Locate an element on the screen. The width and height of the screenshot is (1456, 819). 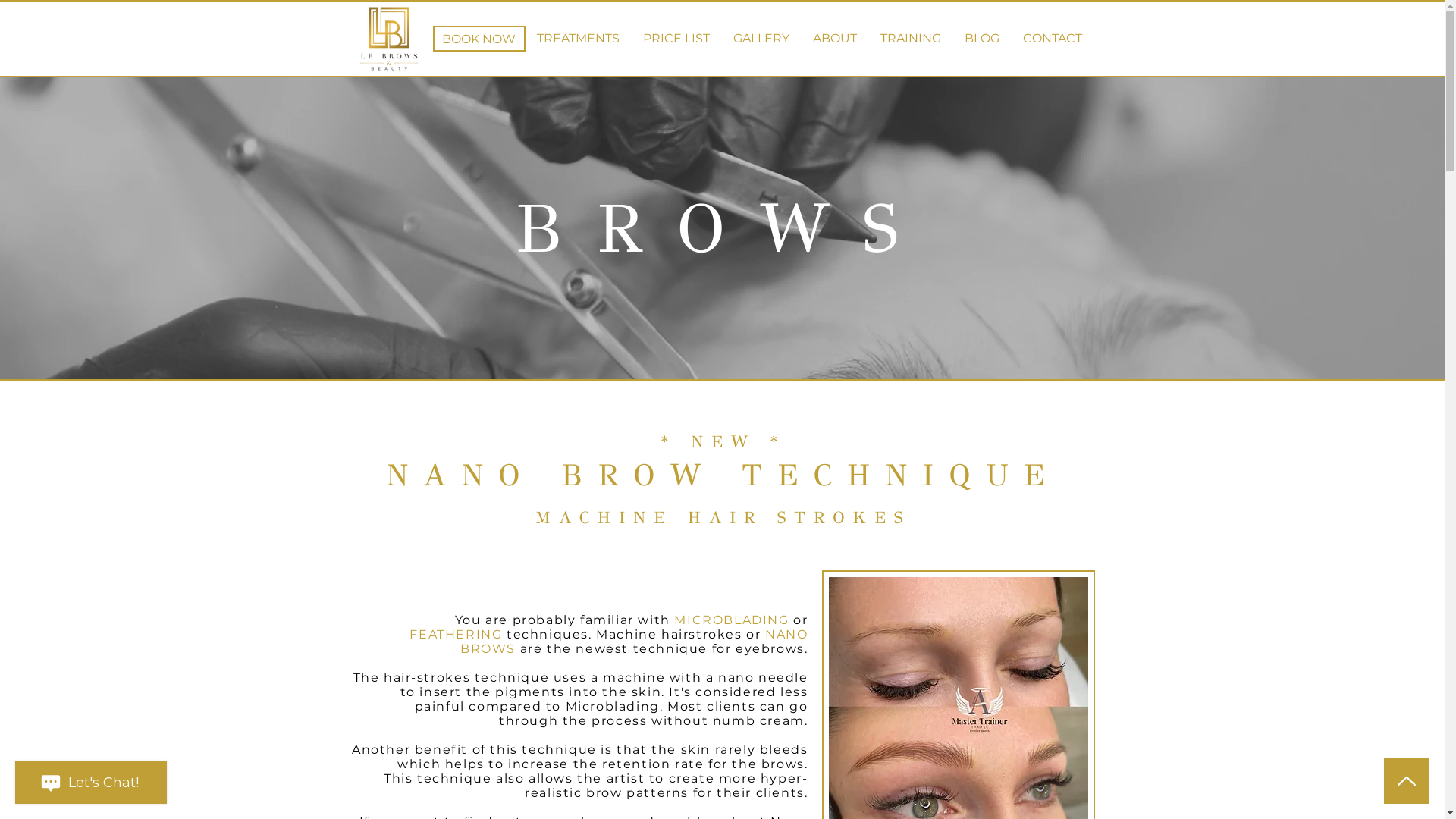
'ABOUT' is located at coordinates (833, 37).